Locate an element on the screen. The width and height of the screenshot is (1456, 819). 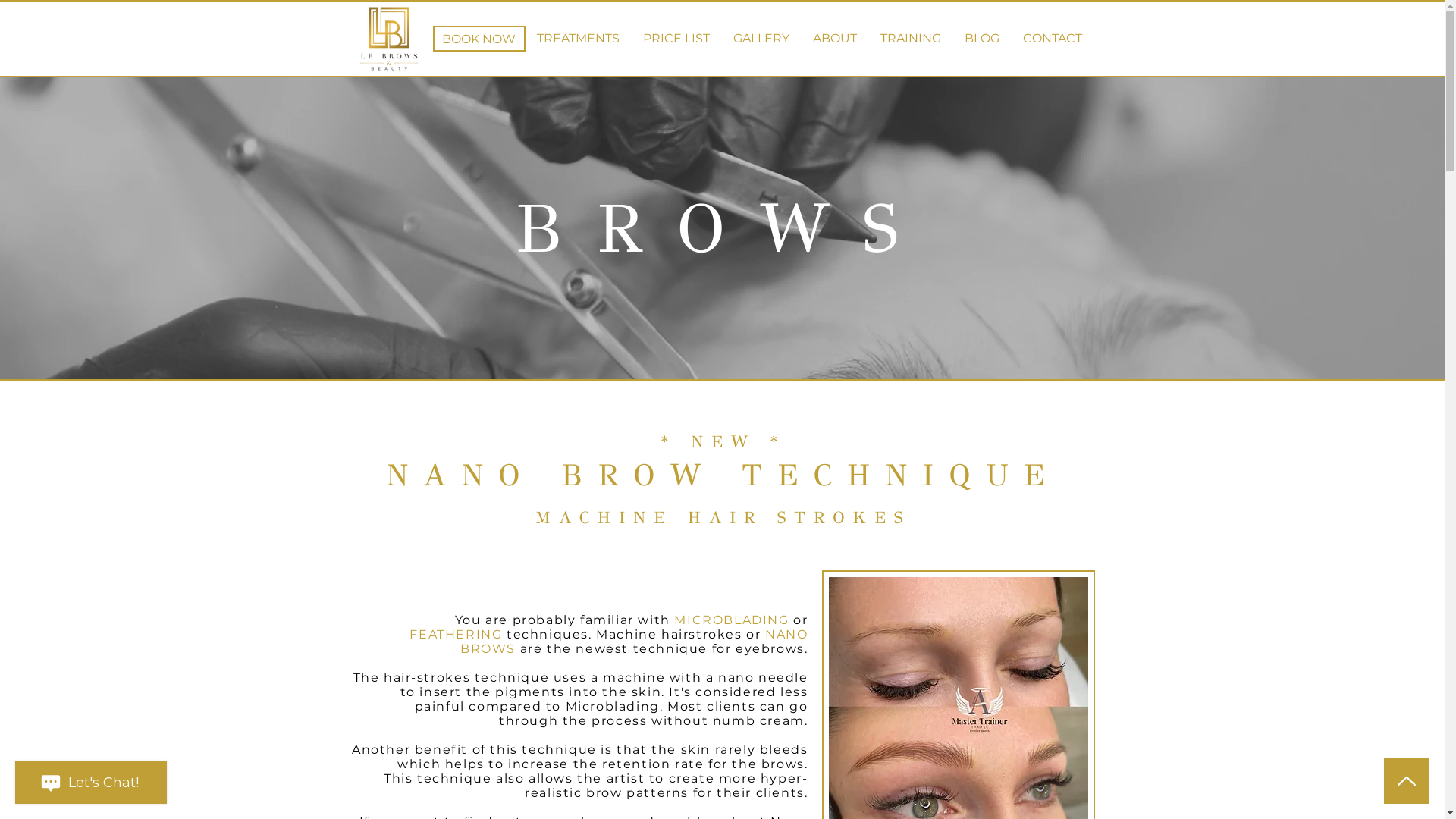
'ABOUT' is located at coordinates (833, 37).